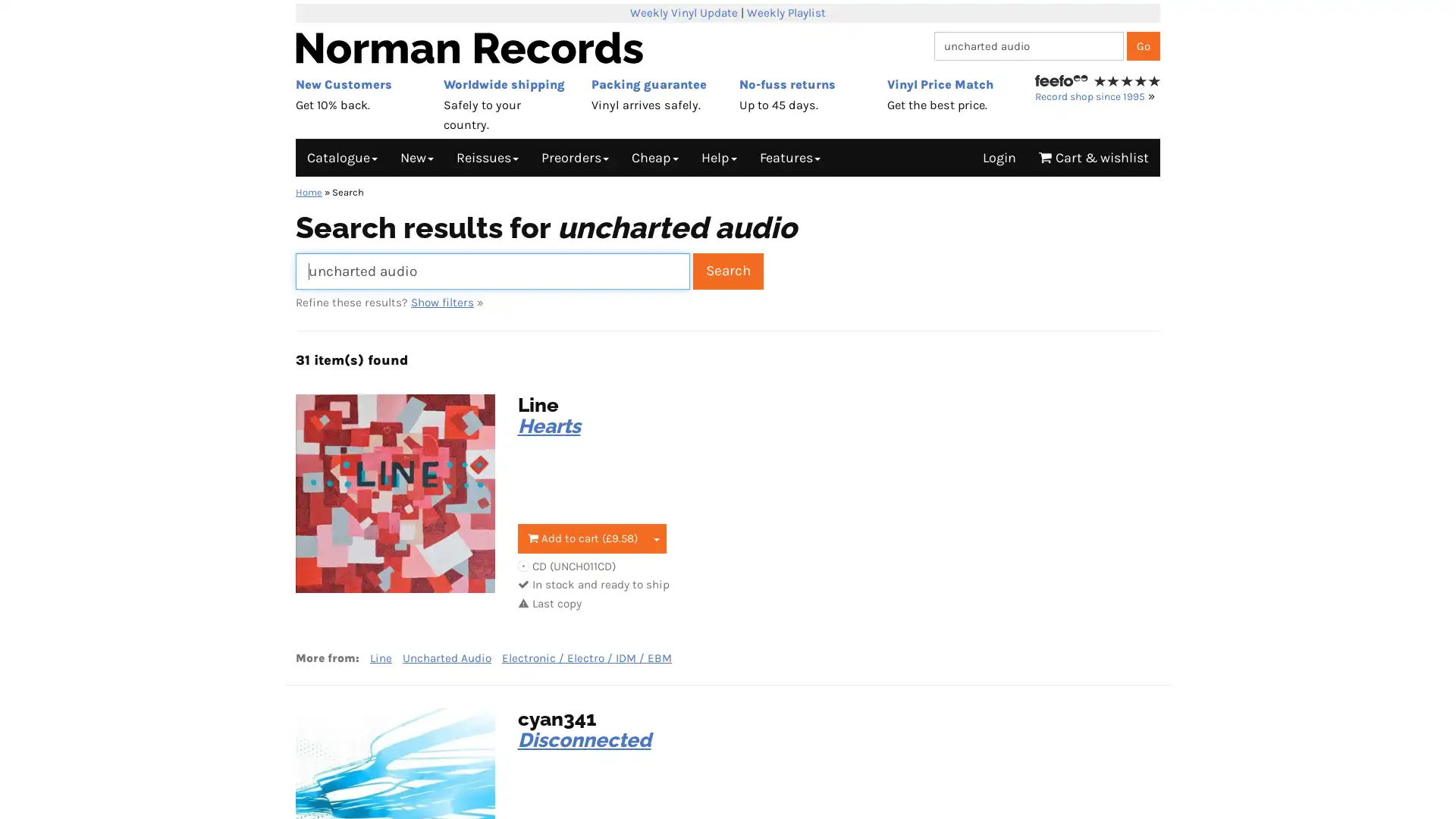  What do you see at coordinates (1143, 45) in the screenshot?
I see `Go` at bounding box center [1143, 45].